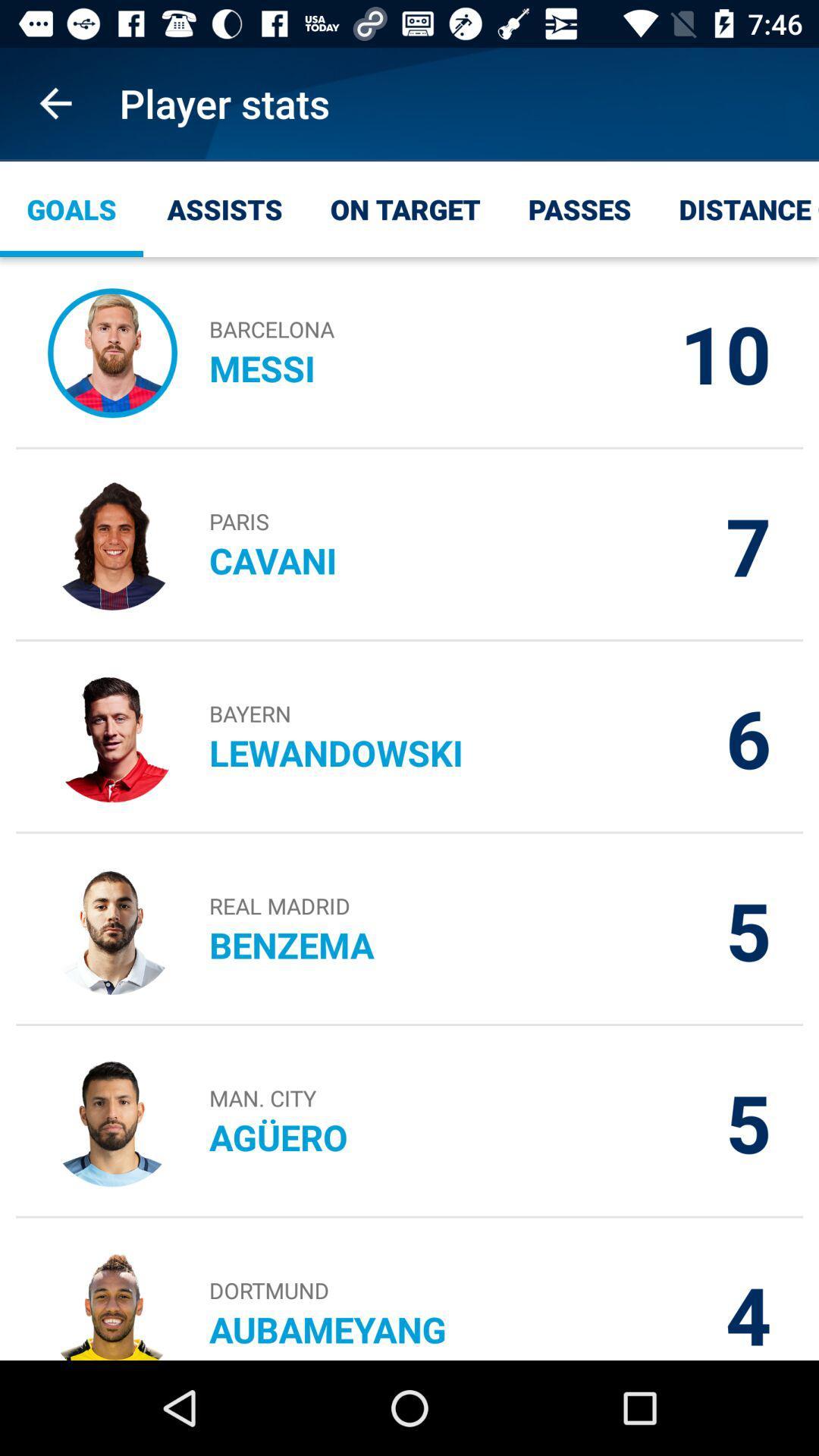  Describe the element at coordinates (55, 102) in the screenshot. I see `app to the left of the player stats item` at that location.